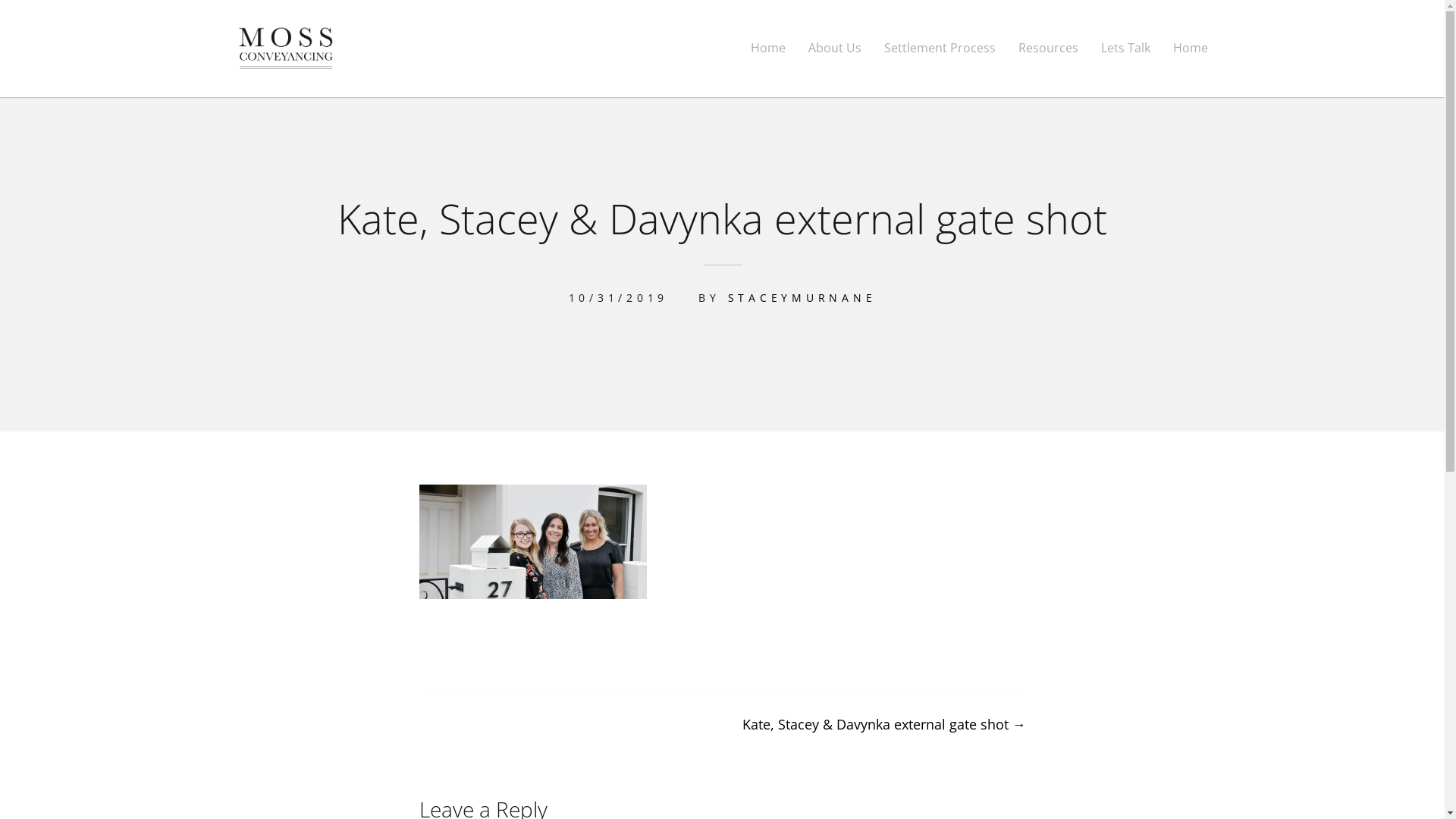  I want to click on 'Moss Conveyancing', so click(334, 88).